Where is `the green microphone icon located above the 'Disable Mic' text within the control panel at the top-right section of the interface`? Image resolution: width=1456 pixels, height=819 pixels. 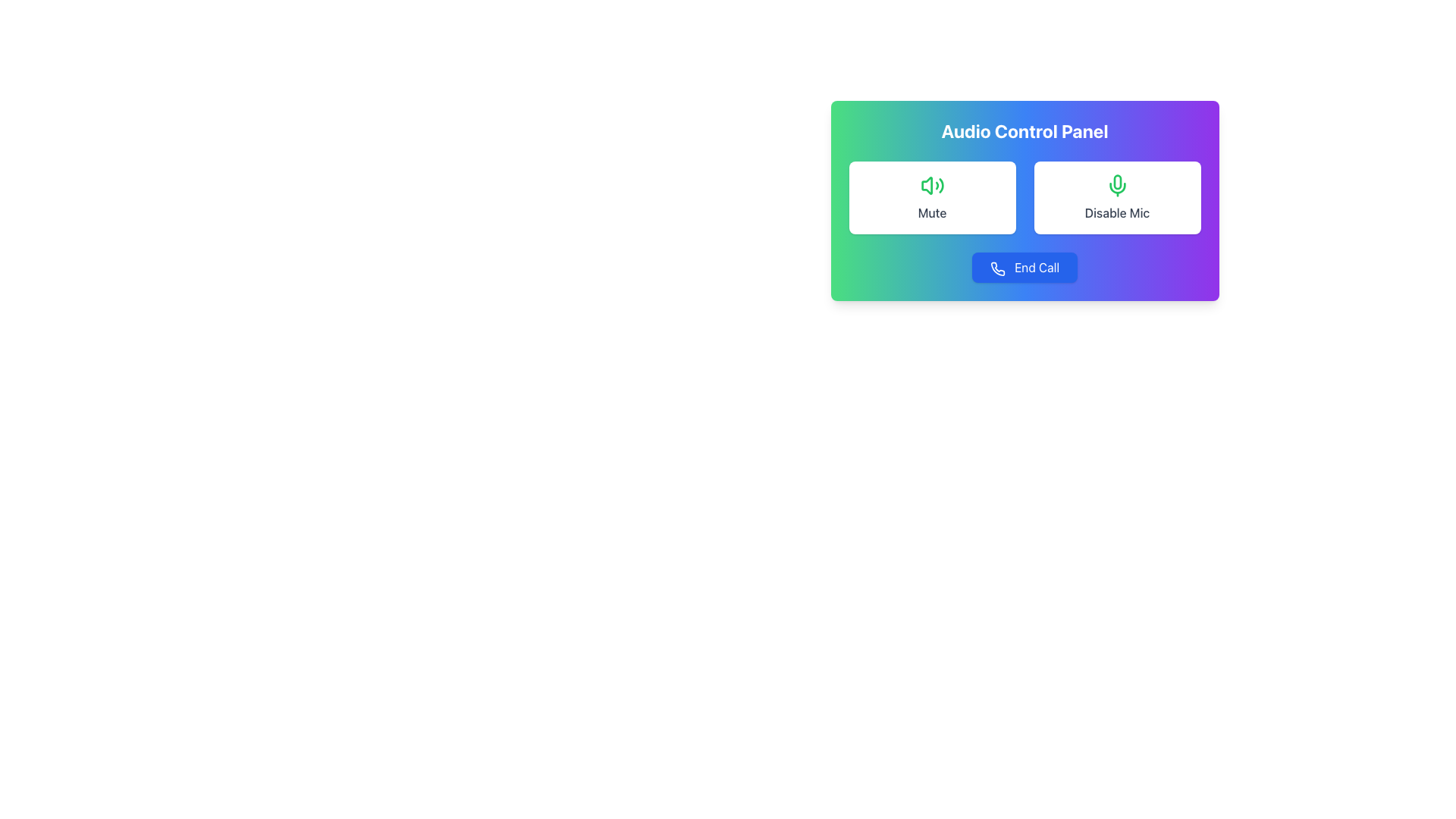 the green microphone icon located above the 'Disable Mic' text within the control panel at the top-right section of the interface is located at coordinates (1117, 185).